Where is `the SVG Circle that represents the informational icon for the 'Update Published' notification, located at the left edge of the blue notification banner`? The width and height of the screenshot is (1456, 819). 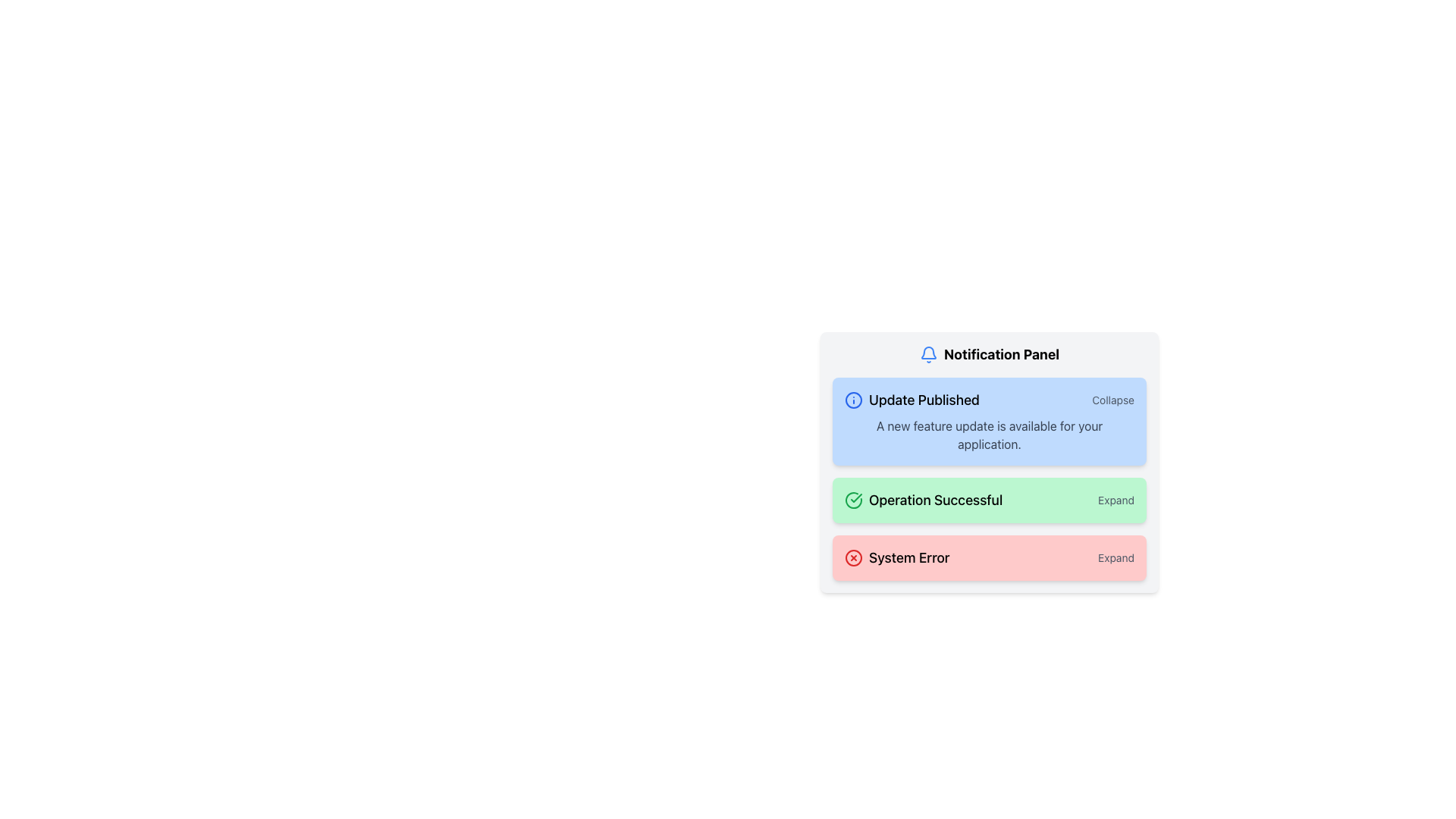
the SVG Circle that represents the informational icon for the 'Update Published' notification, located at the left edge of the blue notification banner is located at coordinates (854, 400).